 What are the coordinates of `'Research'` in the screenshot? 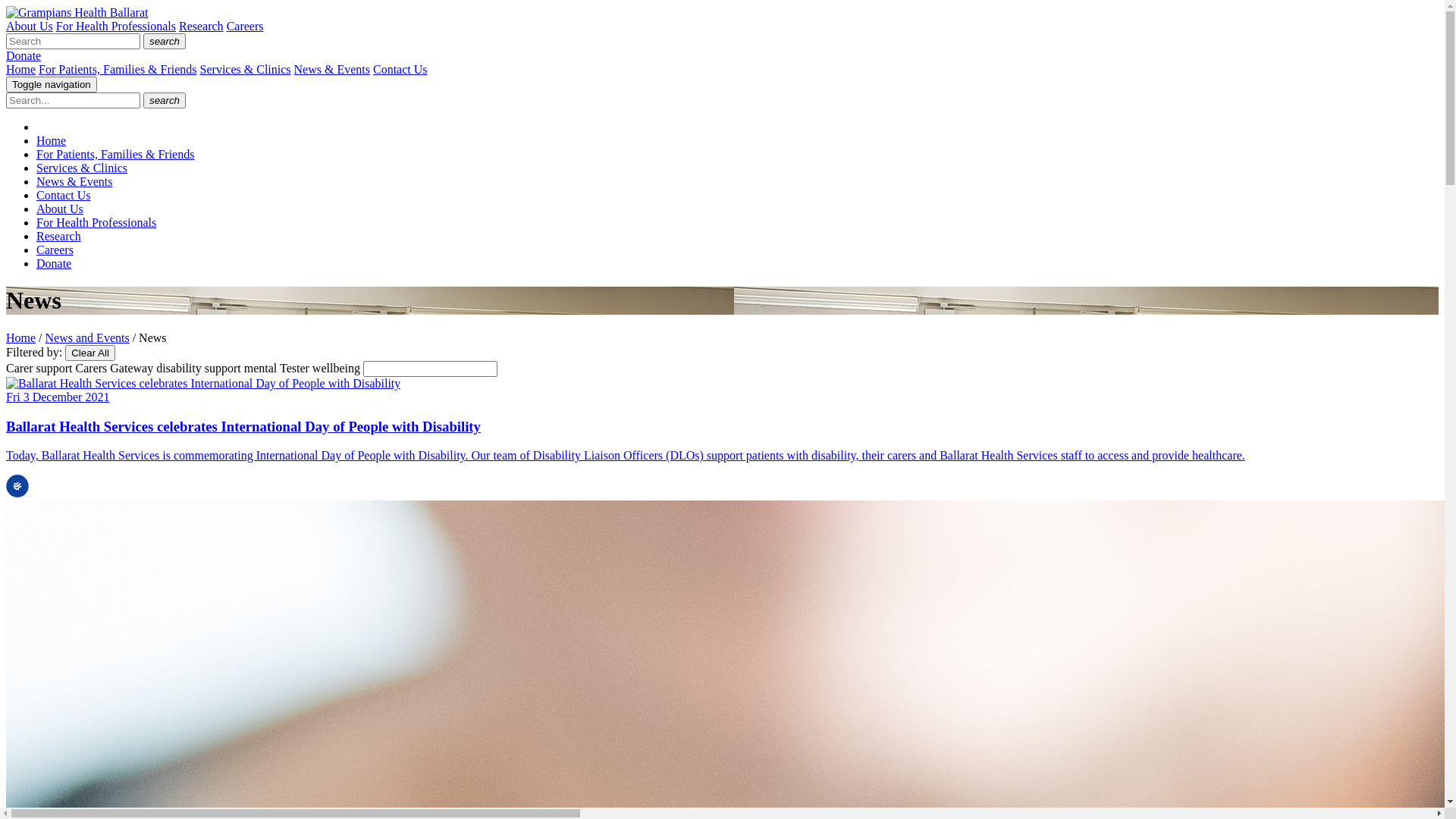 It's located at (58, 236).